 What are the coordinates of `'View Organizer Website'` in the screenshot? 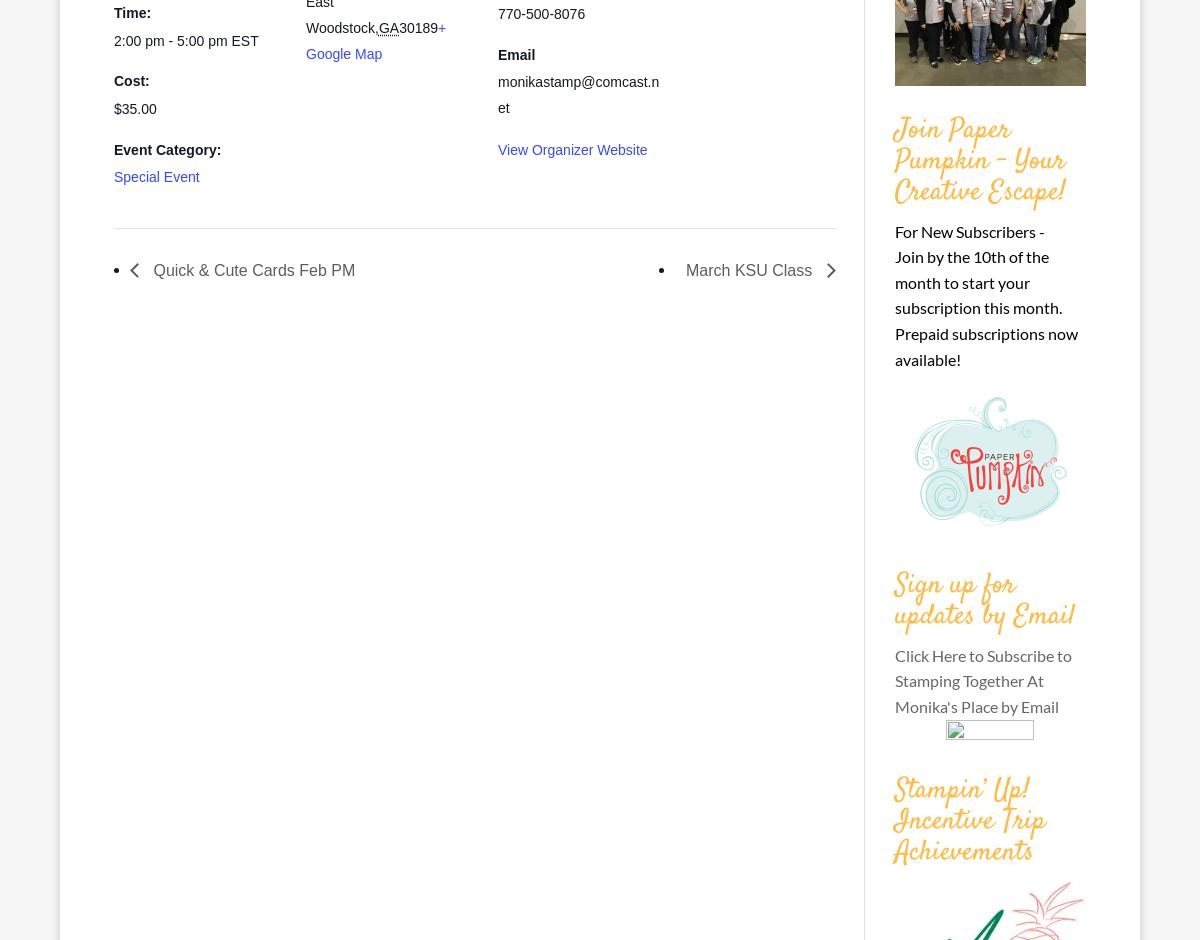 It's located at (497, 147).